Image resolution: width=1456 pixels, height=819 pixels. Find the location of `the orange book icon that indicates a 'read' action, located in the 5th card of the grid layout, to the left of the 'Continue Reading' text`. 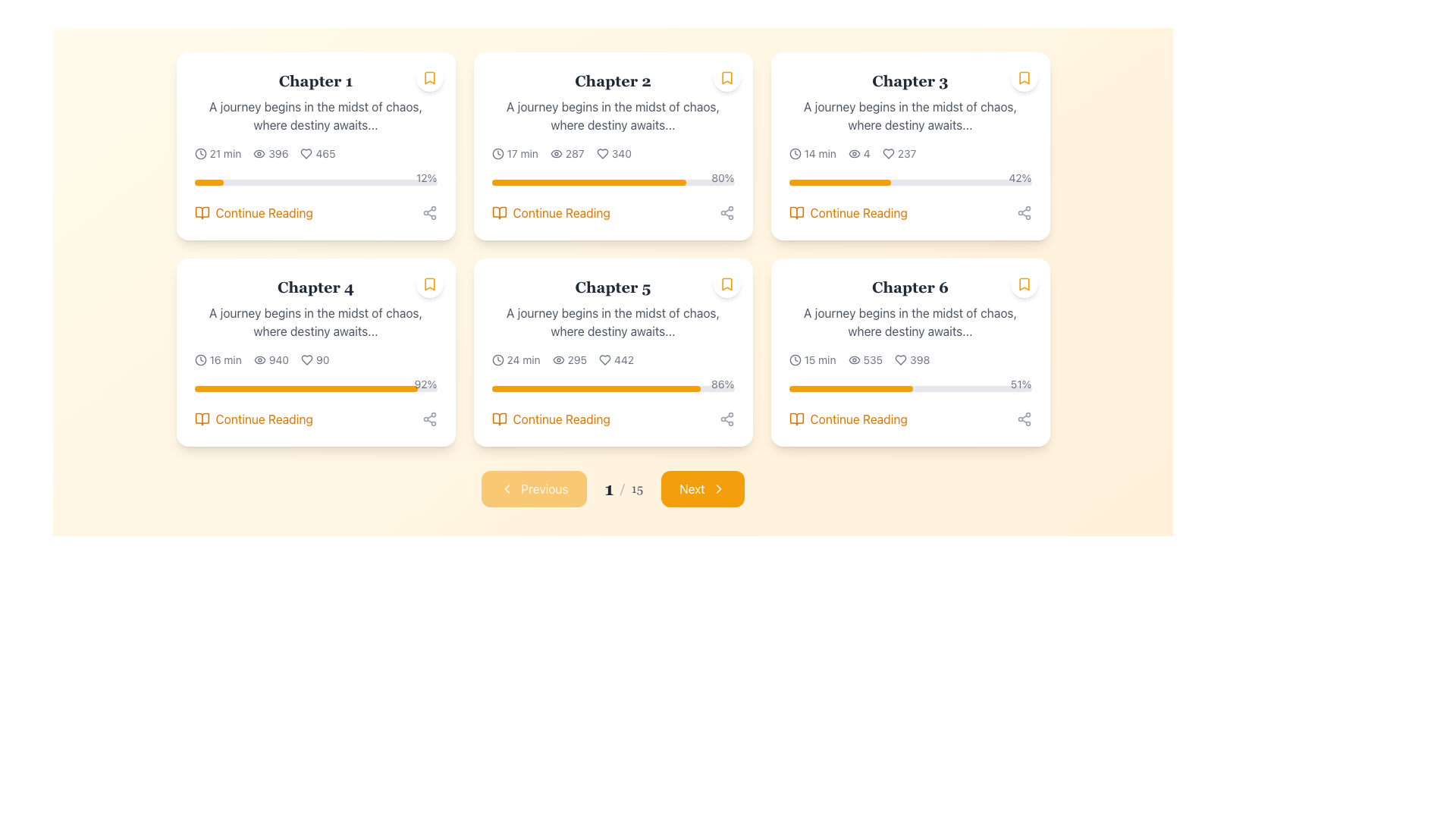

the orange book icon that indicates a 'read' action, located in the 5th card of the grid layout, to the left of the 'Continue Reading' text is located at coordinates (499, 419).